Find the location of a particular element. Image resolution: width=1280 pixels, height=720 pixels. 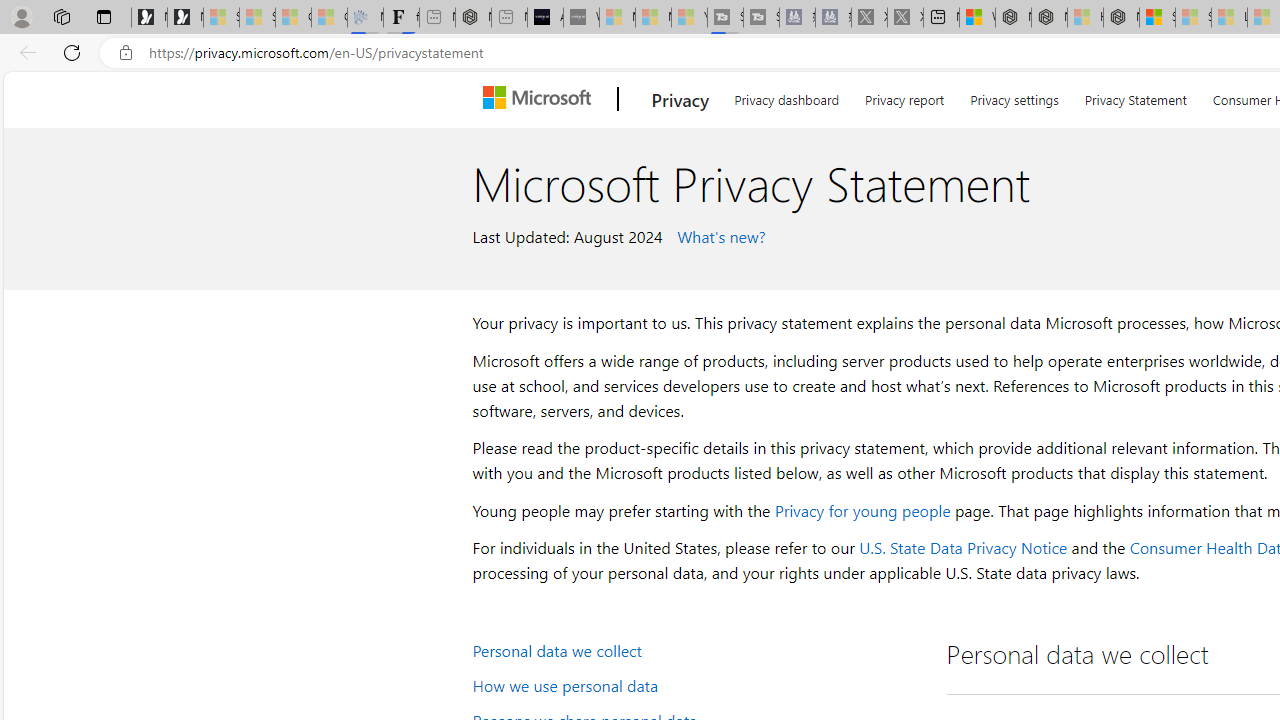

' What' is located at coordinates (718, 234).